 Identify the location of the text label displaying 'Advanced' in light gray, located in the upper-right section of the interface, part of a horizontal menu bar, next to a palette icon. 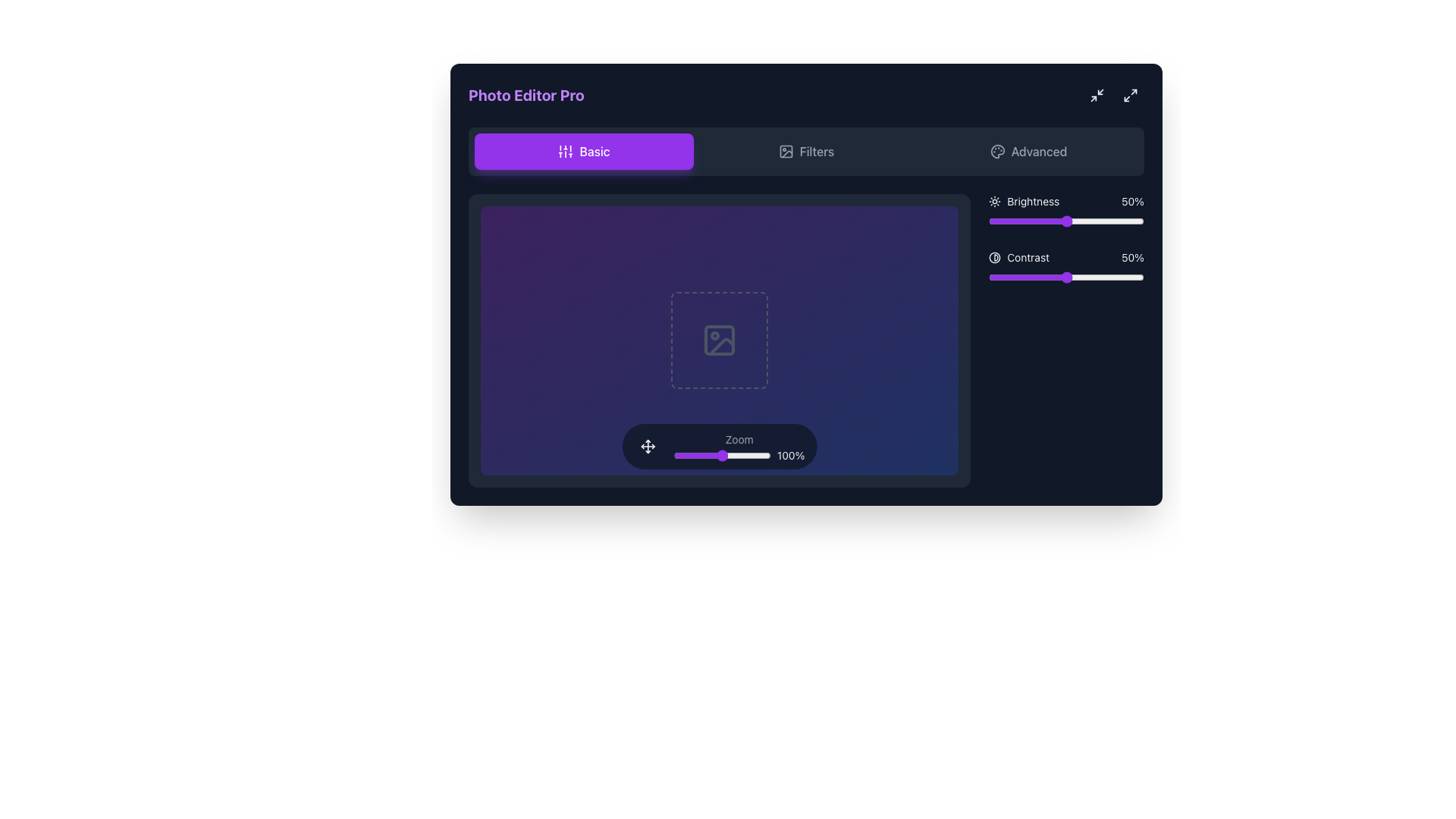
(1038, 152).